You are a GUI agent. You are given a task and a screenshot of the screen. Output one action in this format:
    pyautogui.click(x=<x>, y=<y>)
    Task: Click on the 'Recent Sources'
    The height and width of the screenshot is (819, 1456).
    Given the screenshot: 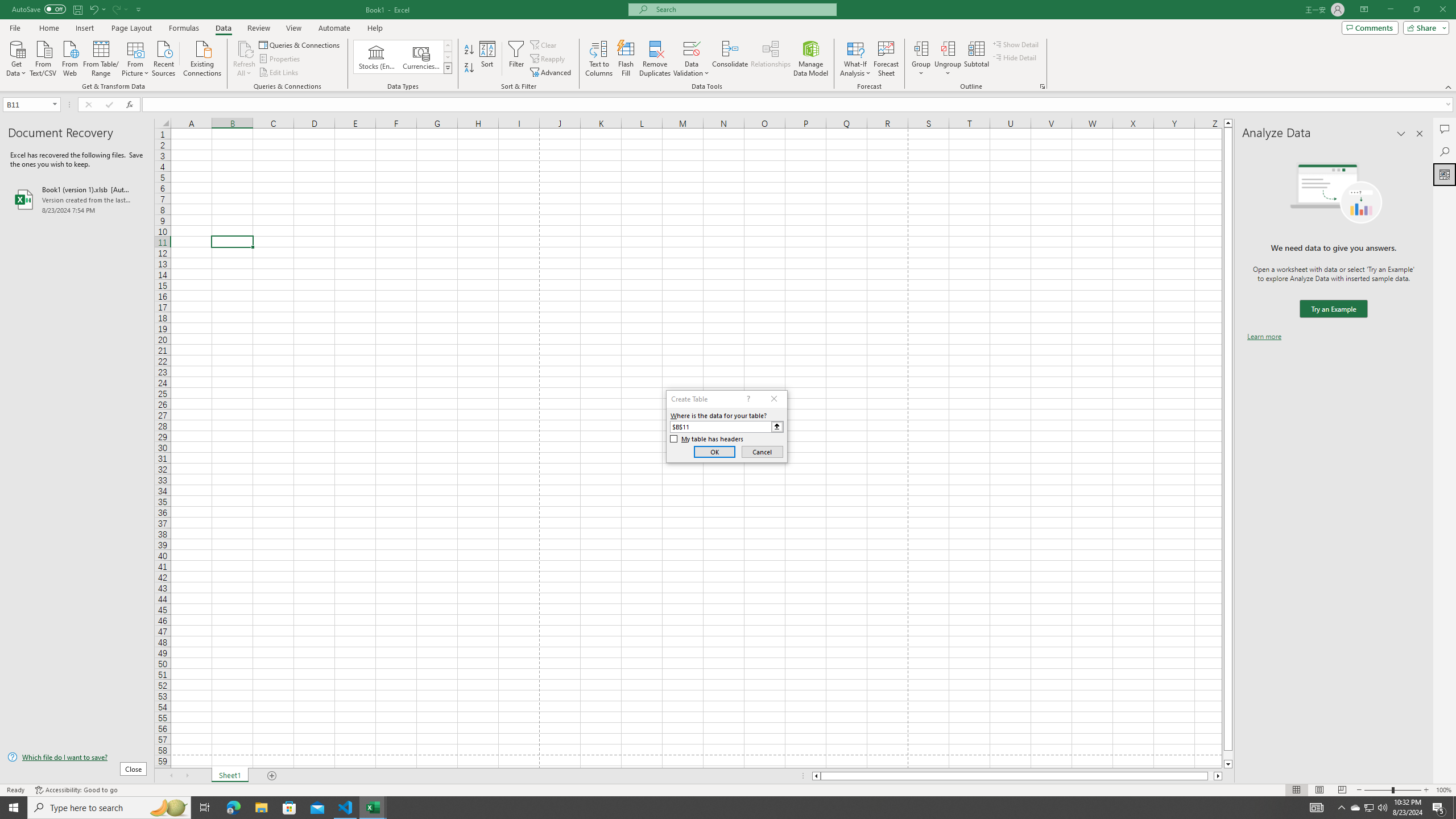 What is the action you would take?
    pyautogui.click(x=164, y=57)
    